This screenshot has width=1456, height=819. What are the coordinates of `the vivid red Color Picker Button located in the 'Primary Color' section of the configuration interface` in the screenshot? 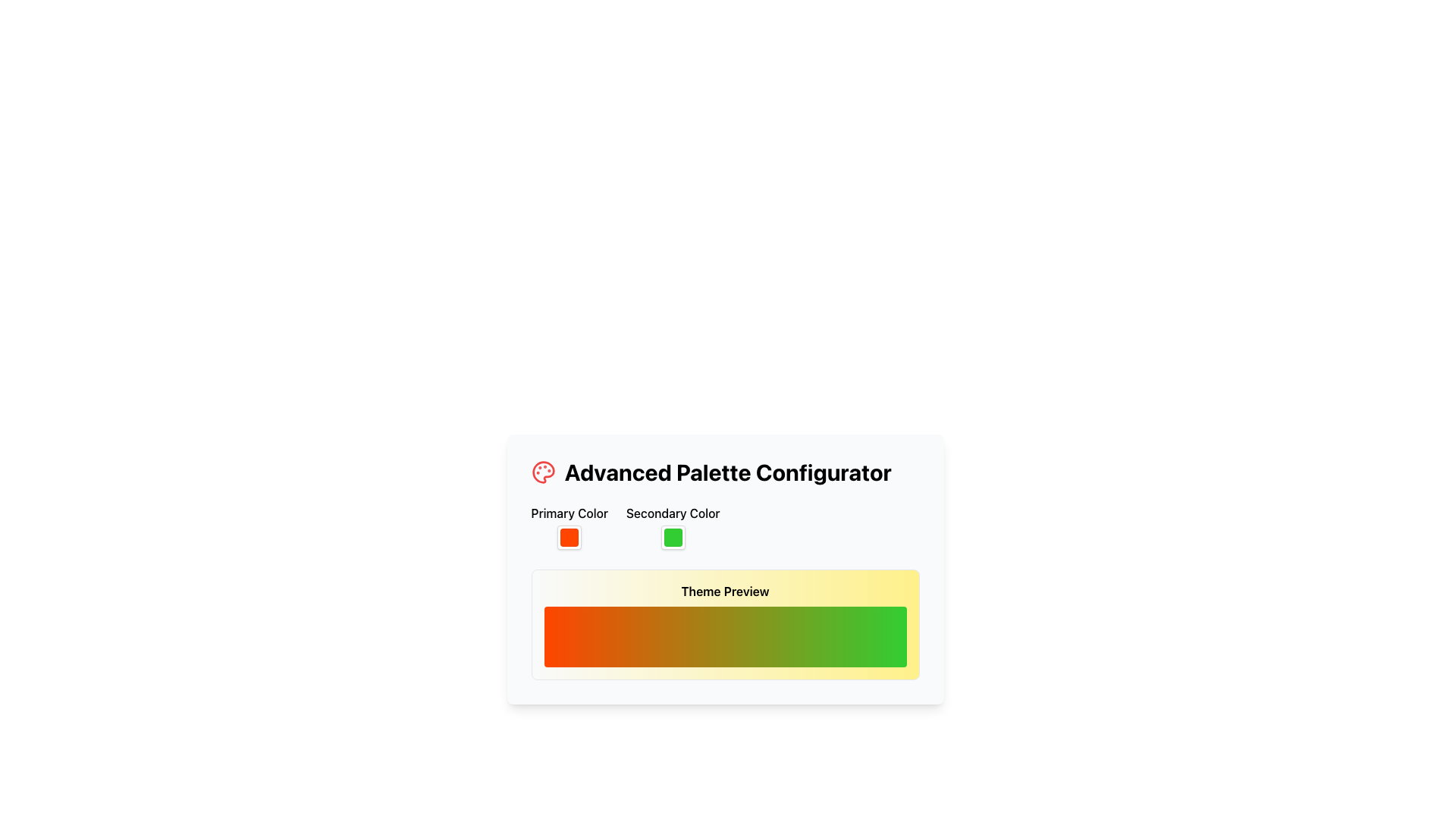 It's located at (569, 537).